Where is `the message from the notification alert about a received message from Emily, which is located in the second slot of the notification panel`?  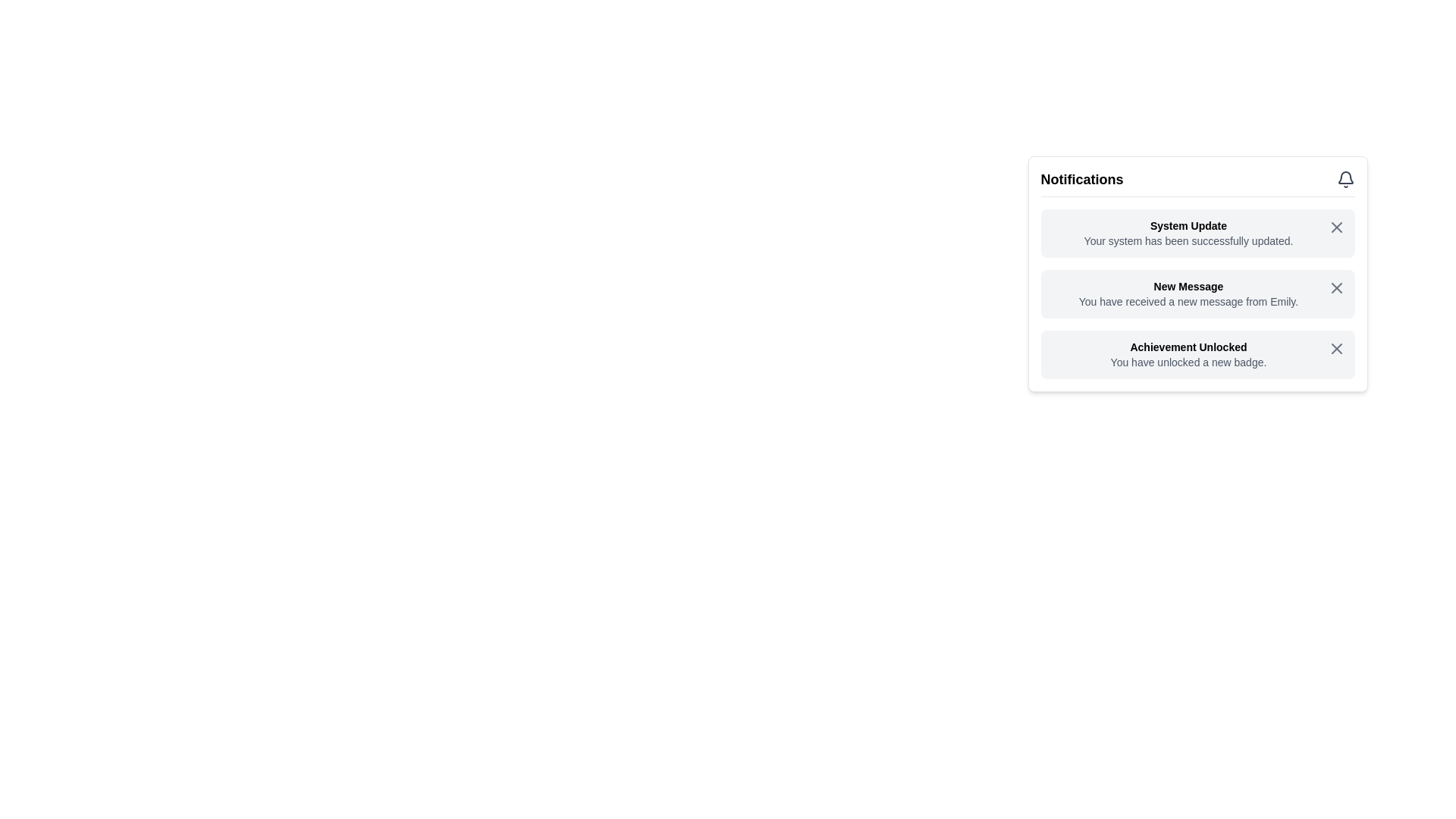 the message from the notification alert about a received message from Emily, which is located in the second slot of the notification panel is located at coordinates (1188, 294).